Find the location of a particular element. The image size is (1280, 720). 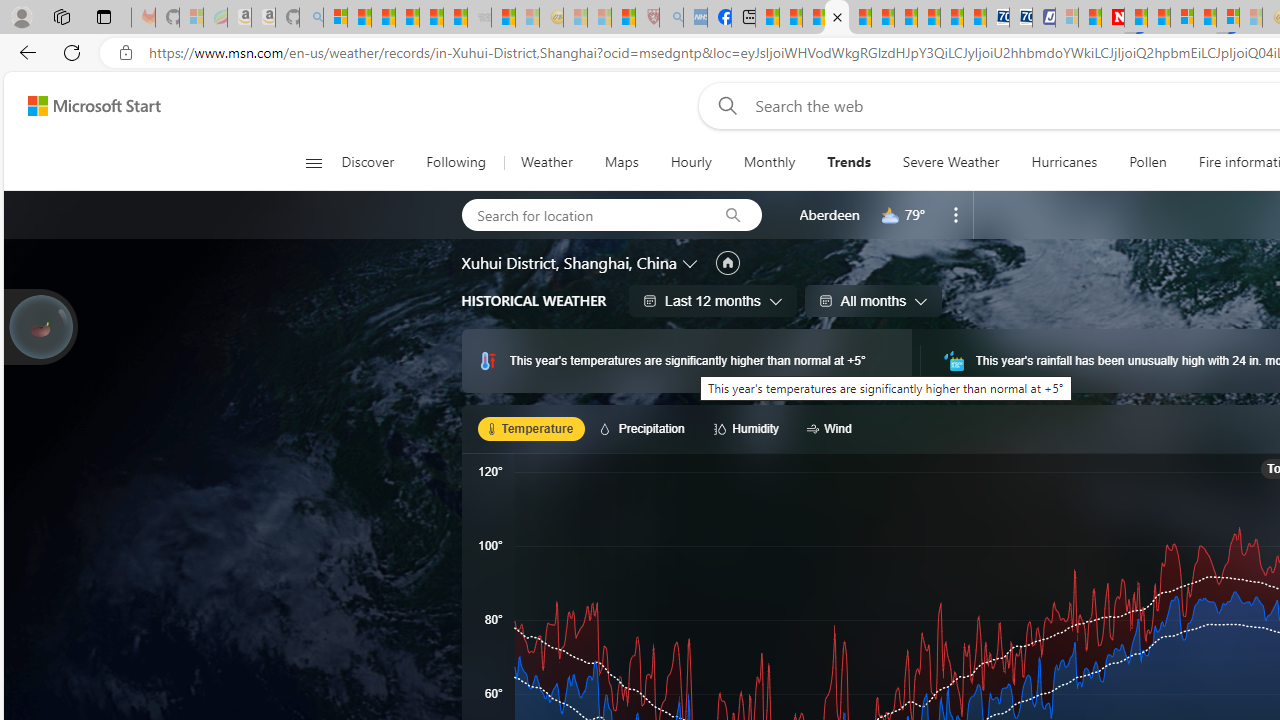

'Trends' is located at coordinates (848, 162).